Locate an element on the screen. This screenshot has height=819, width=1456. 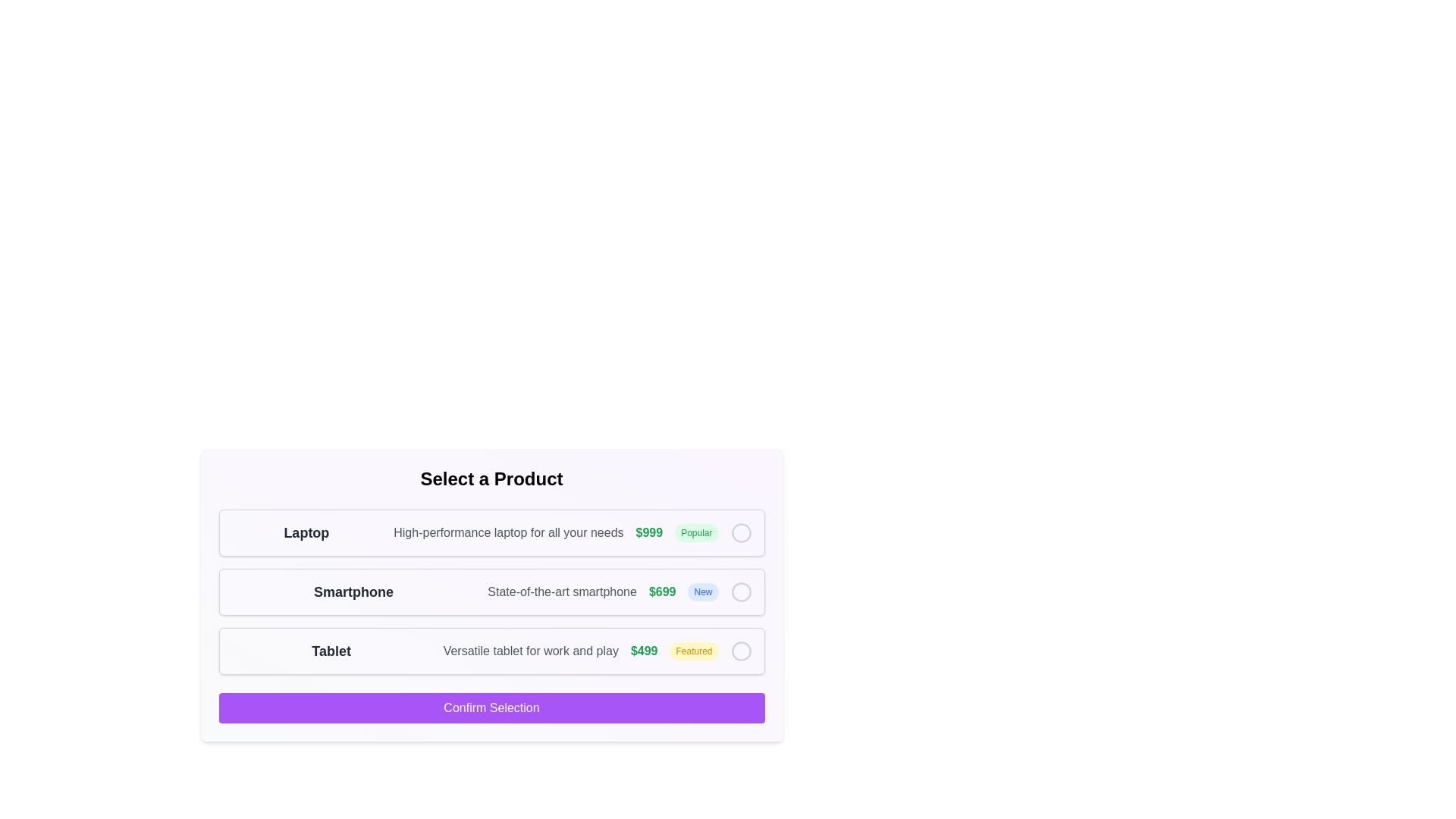
to select the 'Smartphone' product from the list, which is the second option with a bold label, a subtitle, a price in green, and a 'New' tag is located at coordinates (491, 591).